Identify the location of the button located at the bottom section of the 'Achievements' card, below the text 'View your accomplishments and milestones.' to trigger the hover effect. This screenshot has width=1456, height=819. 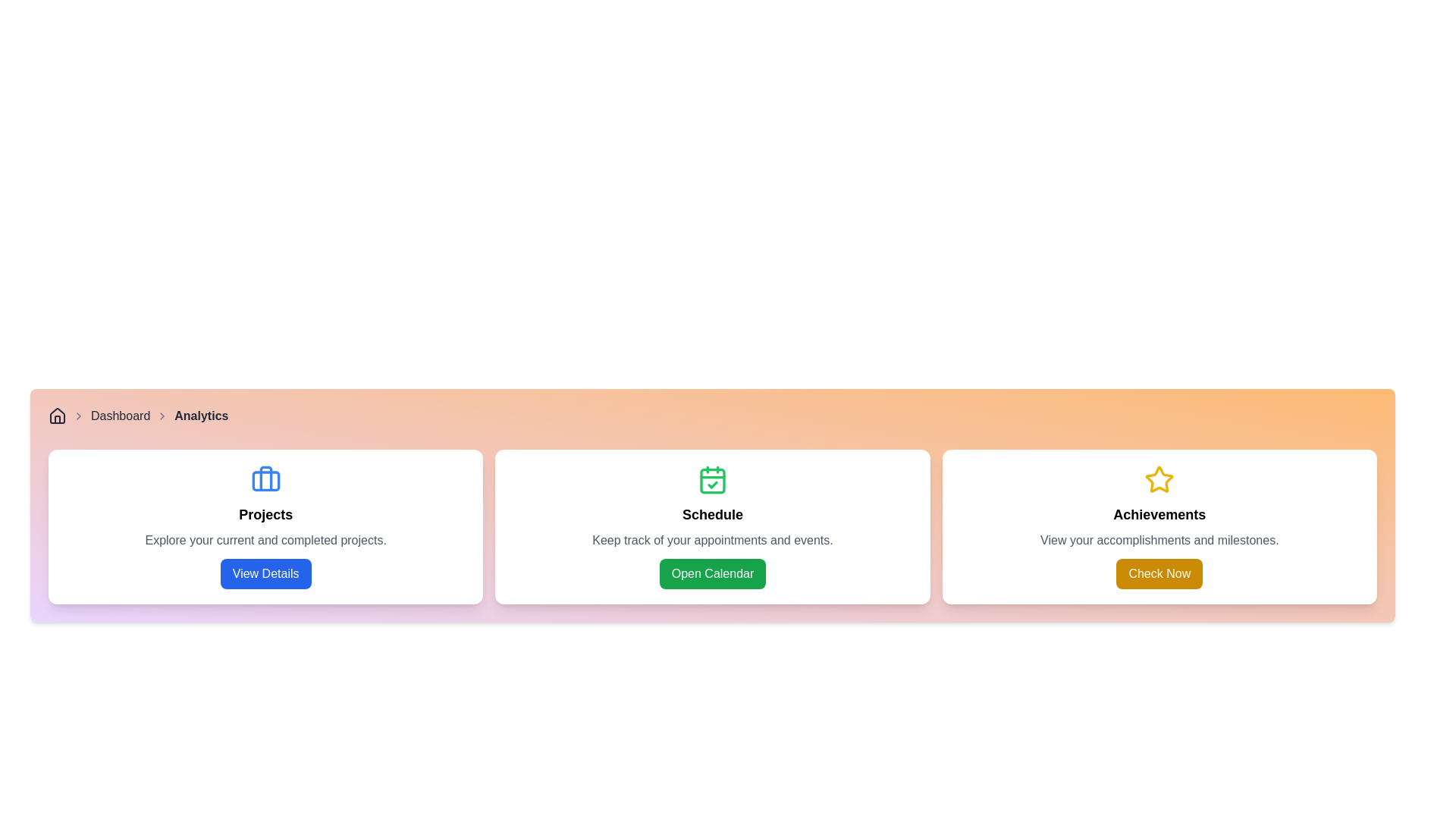
(1159, 573).